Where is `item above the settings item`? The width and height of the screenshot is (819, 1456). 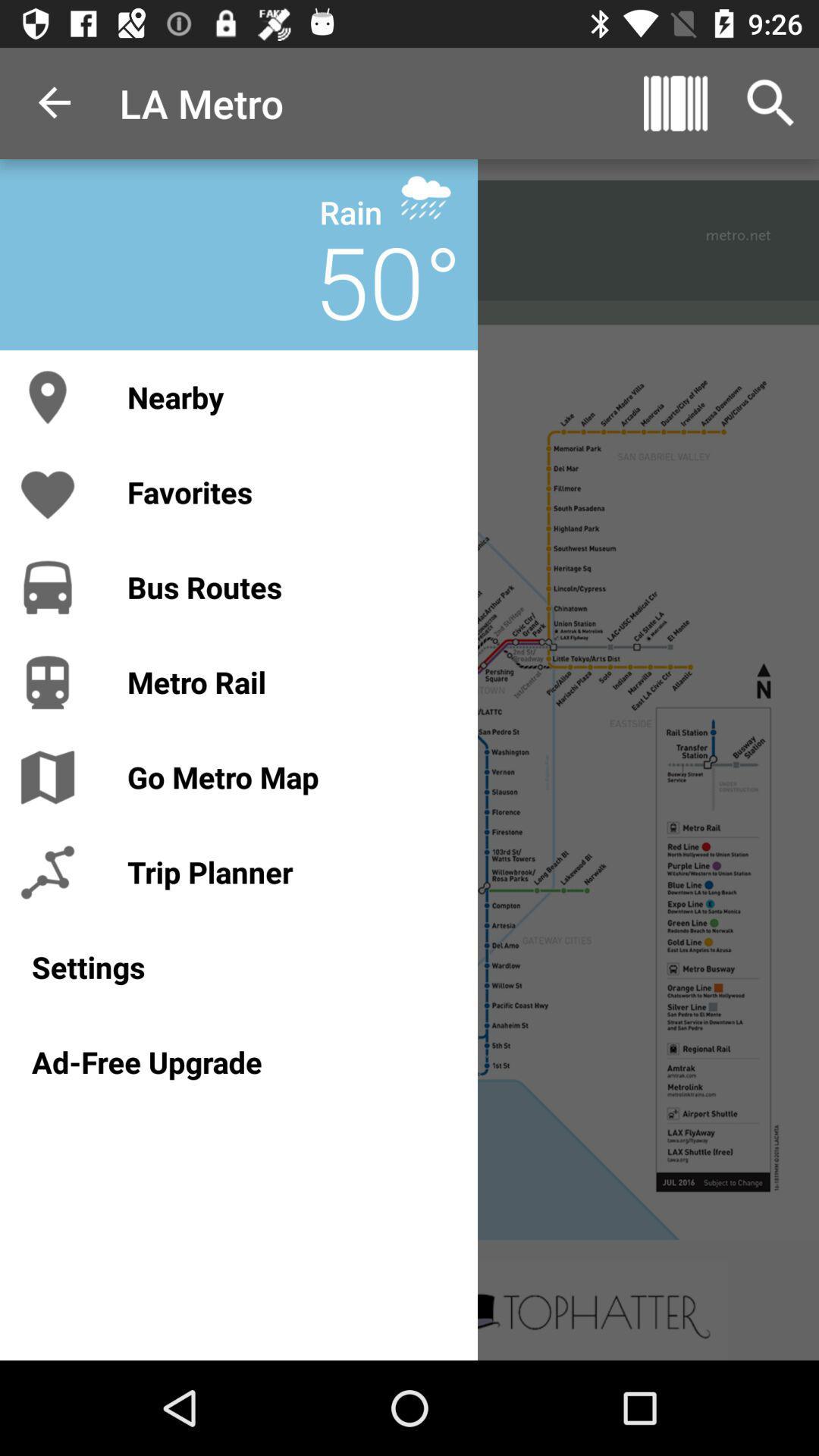
item above the settings item is located at coordinates (287, 872).